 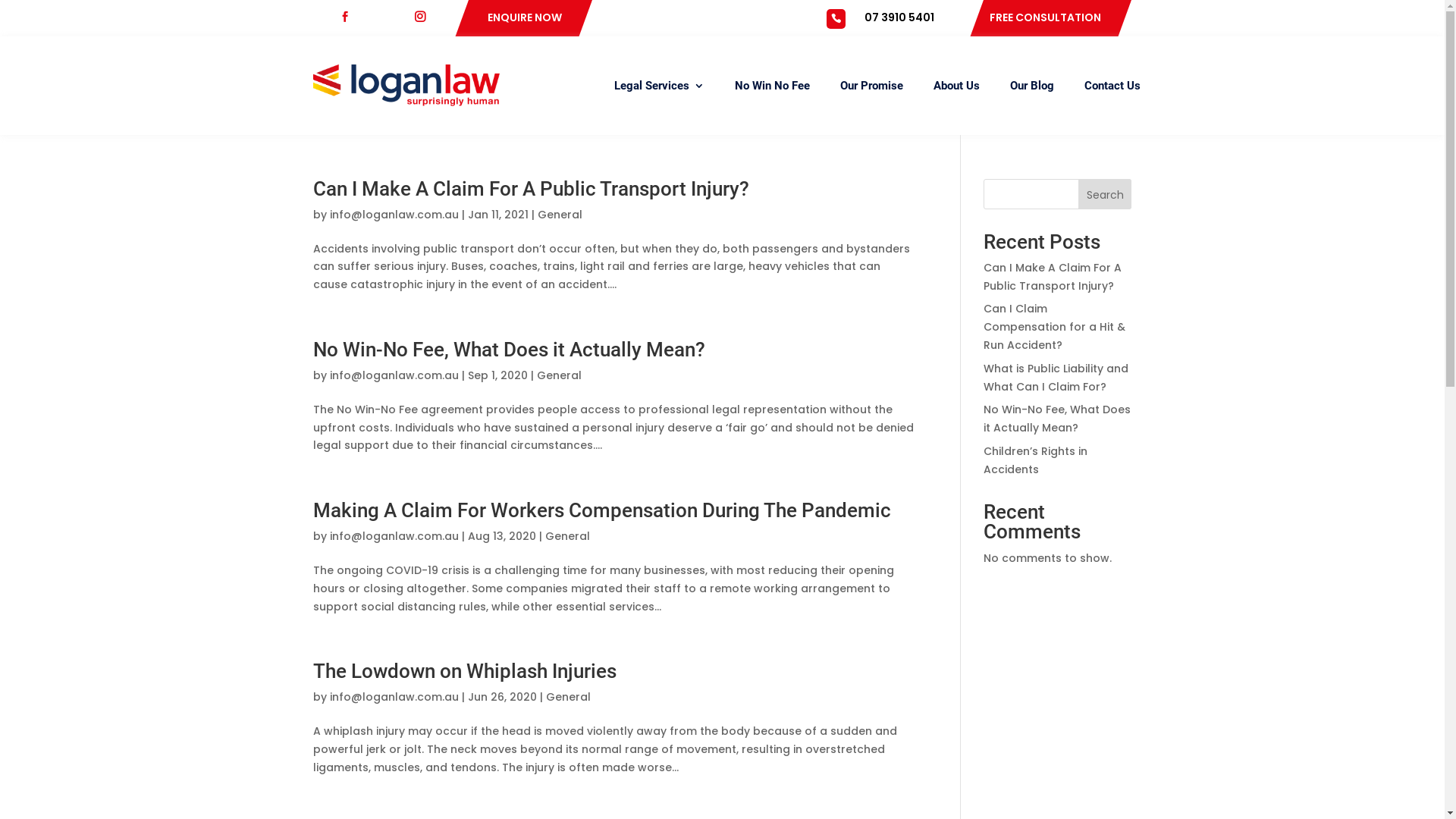 What do you see at coordinates (983, 277) in the screenshot?
I see `'Can I Make A Claim For A Public Transport Injury?'` at bounding box center [983, 277].